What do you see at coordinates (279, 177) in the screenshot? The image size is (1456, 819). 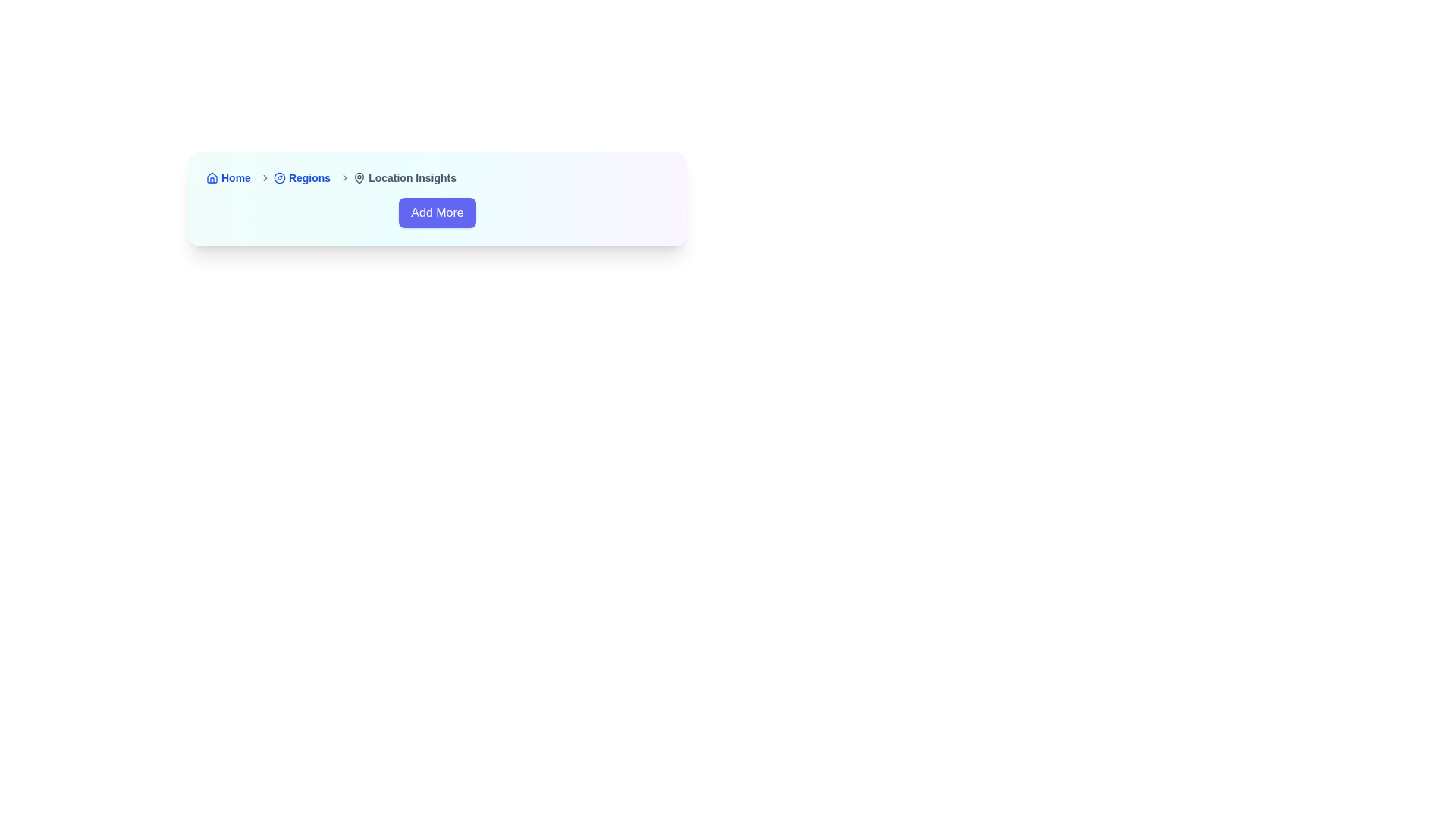 I see `the navigation icon located between the 'Regions' and 'Location Insights' labels in the breadcrumb navigation` at bounding box center [279, 177].